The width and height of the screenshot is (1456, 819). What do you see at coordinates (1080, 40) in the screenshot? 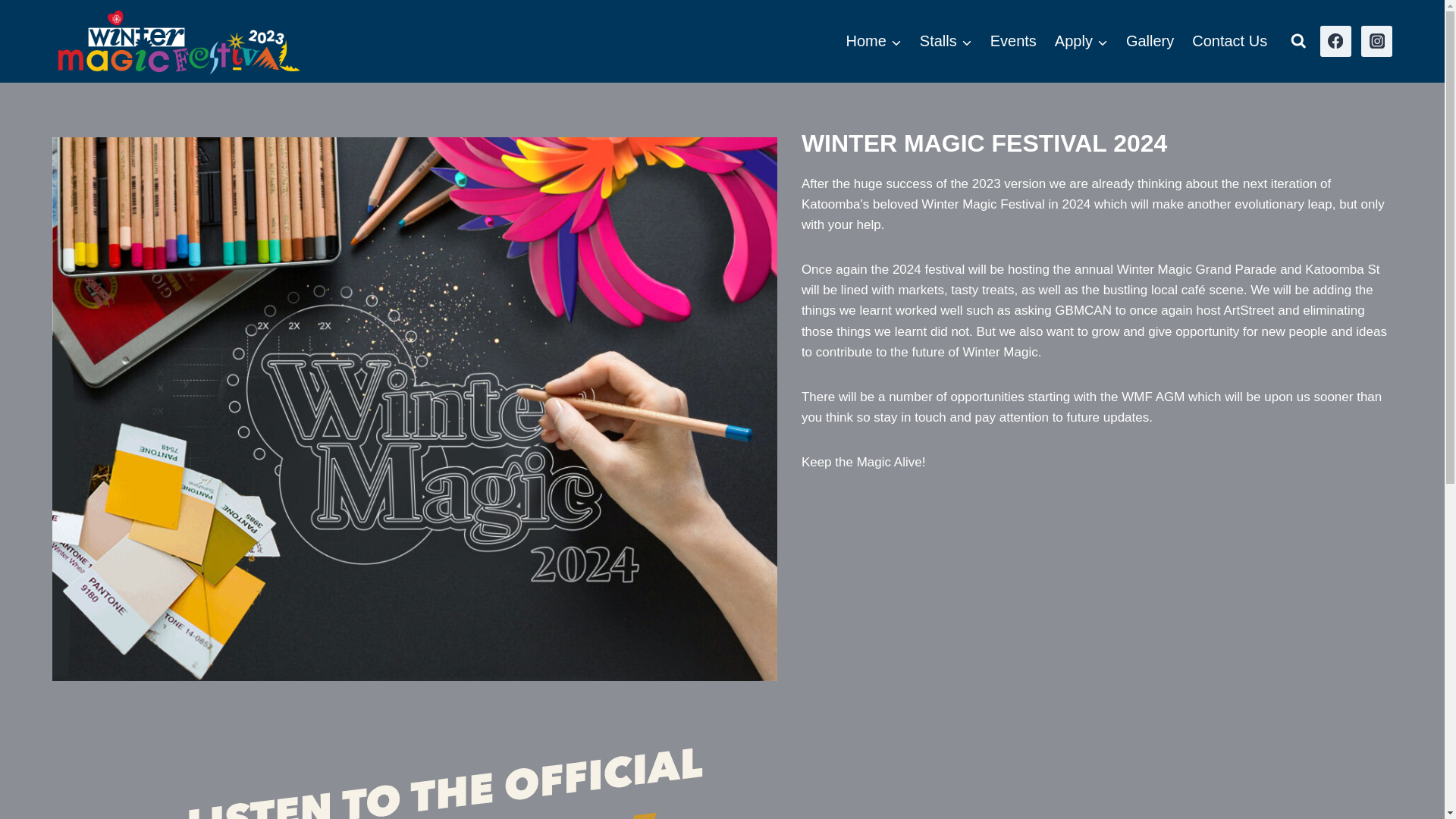
I see `'Apply'` at bounding box center [1080, 40].